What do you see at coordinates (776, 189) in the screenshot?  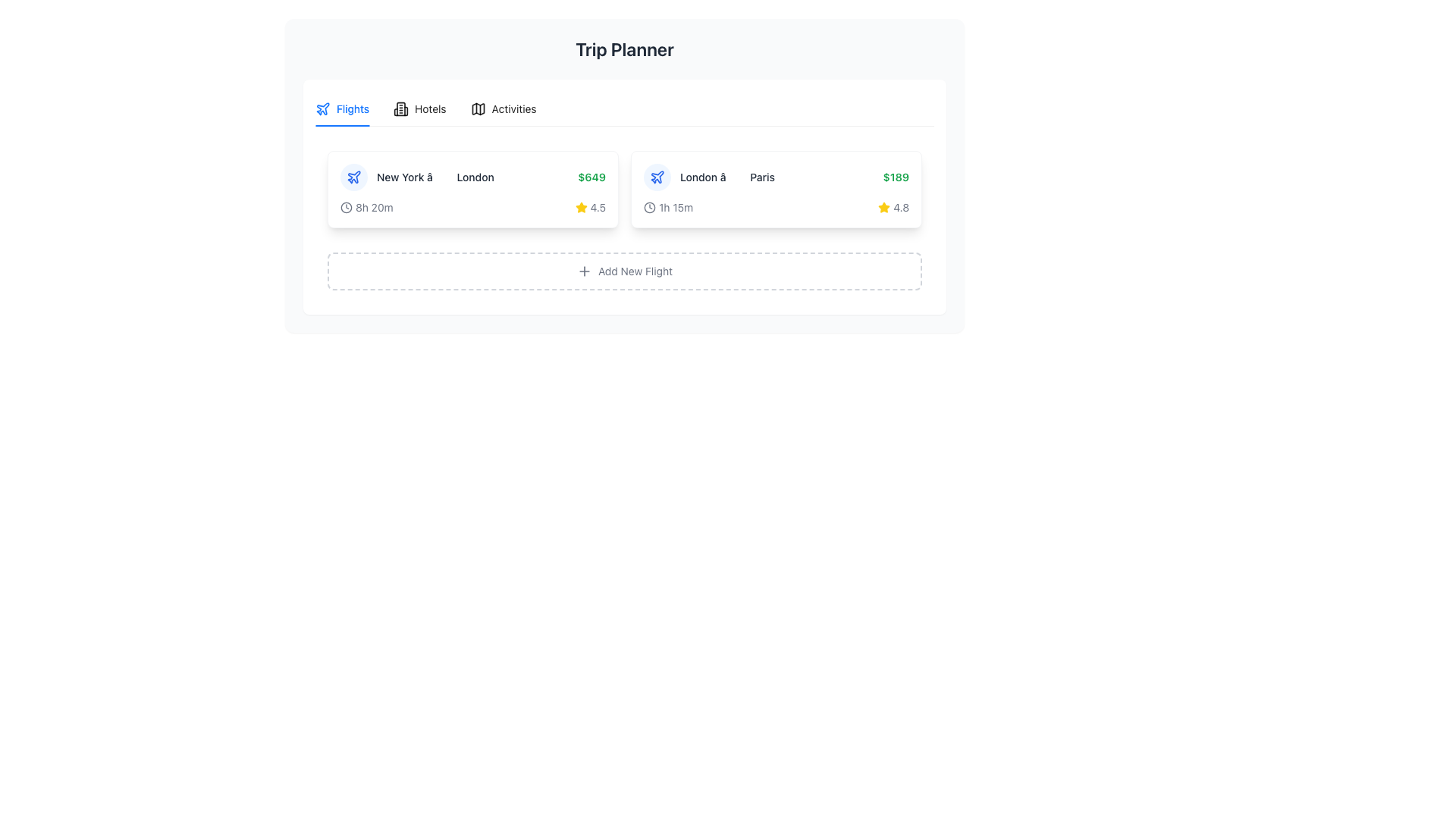 I see `the Travel Information Card that displays summarized travel details including departure and destination cities, cost, duration, and user rating, located in the second column beneath the 'Flights' tab` at bounding box center [776, 189].